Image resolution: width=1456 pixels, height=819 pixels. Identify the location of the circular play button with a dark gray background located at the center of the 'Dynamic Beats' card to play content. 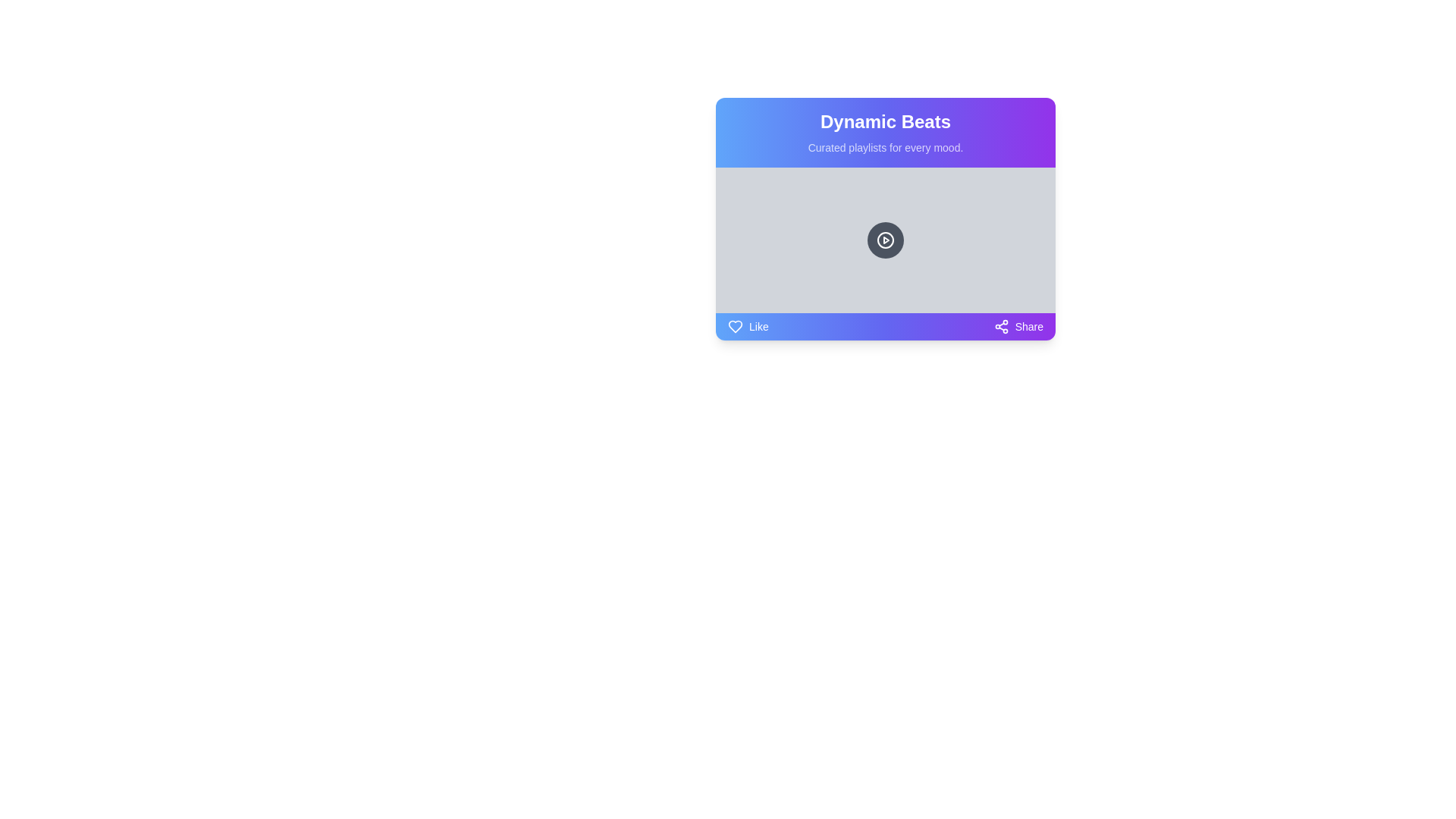
(885, 239).